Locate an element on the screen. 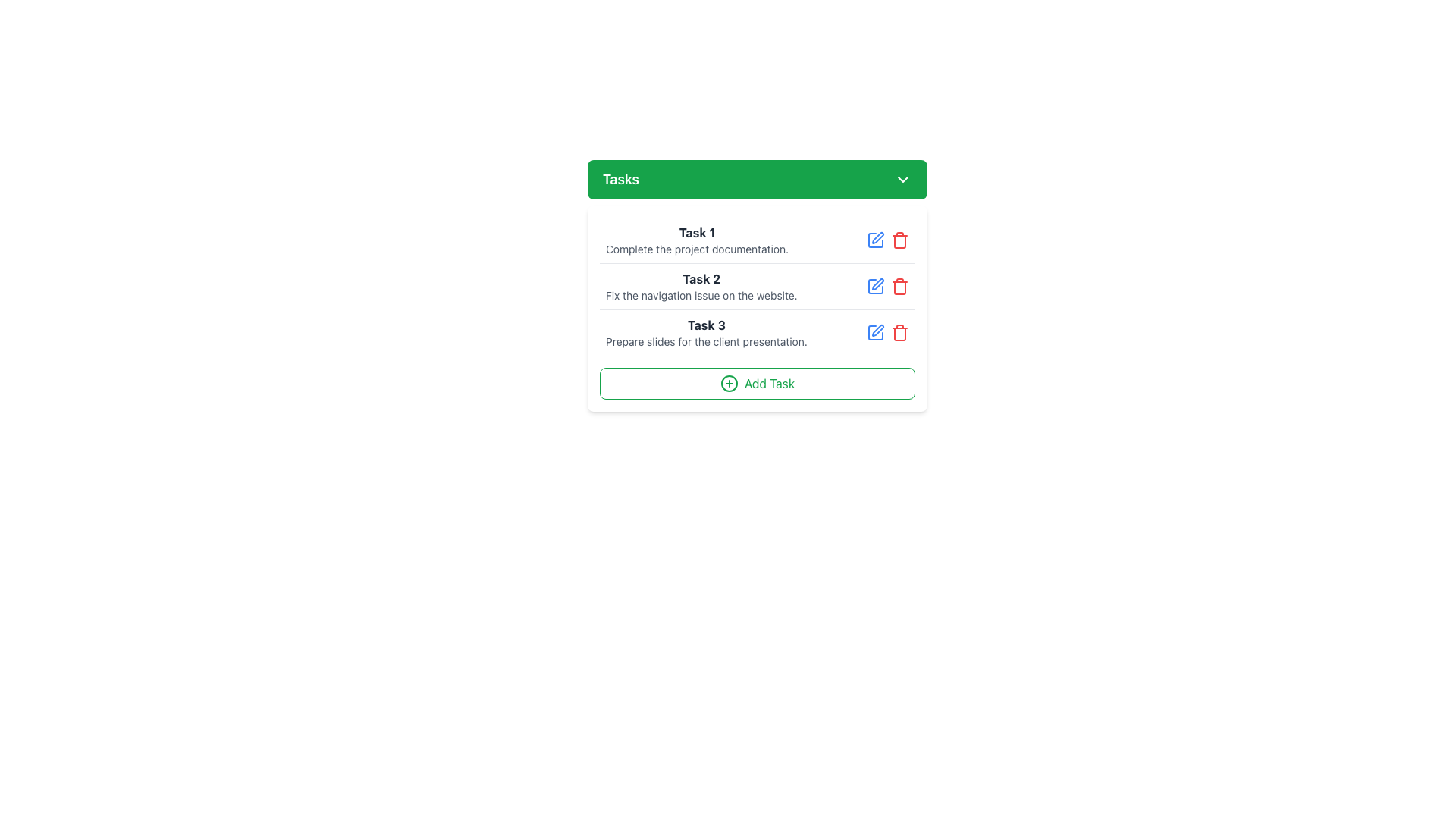 Image resolution: width=1456 pixels, height=819 pixels. the second task's text content area, which displays a bold dark gray title and a smaller light gray description is located at coordinates (701, 287).